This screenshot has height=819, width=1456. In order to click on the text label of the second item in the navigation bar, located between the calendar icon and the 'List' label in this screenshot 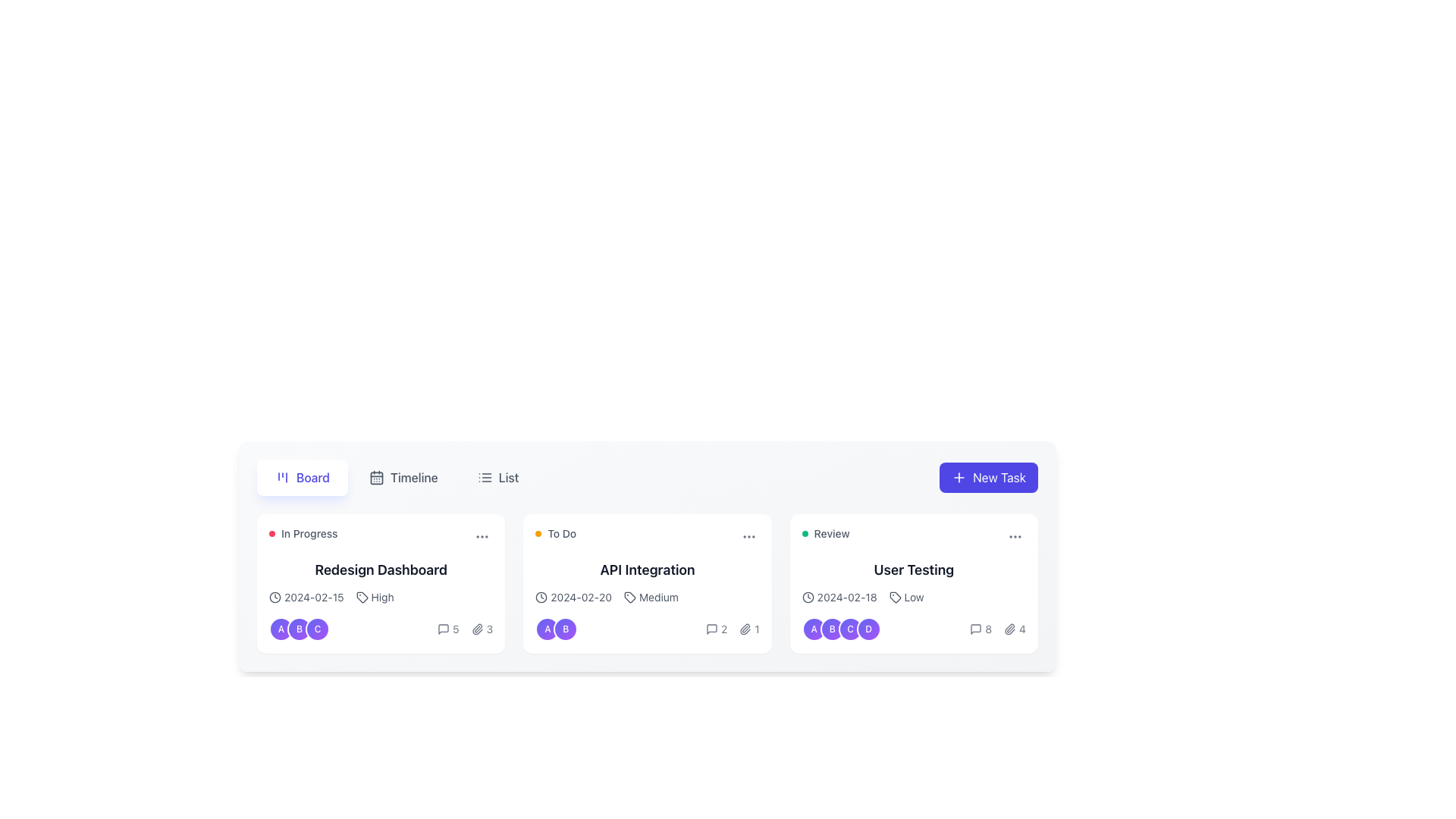, I will do `click(414, 476)`.